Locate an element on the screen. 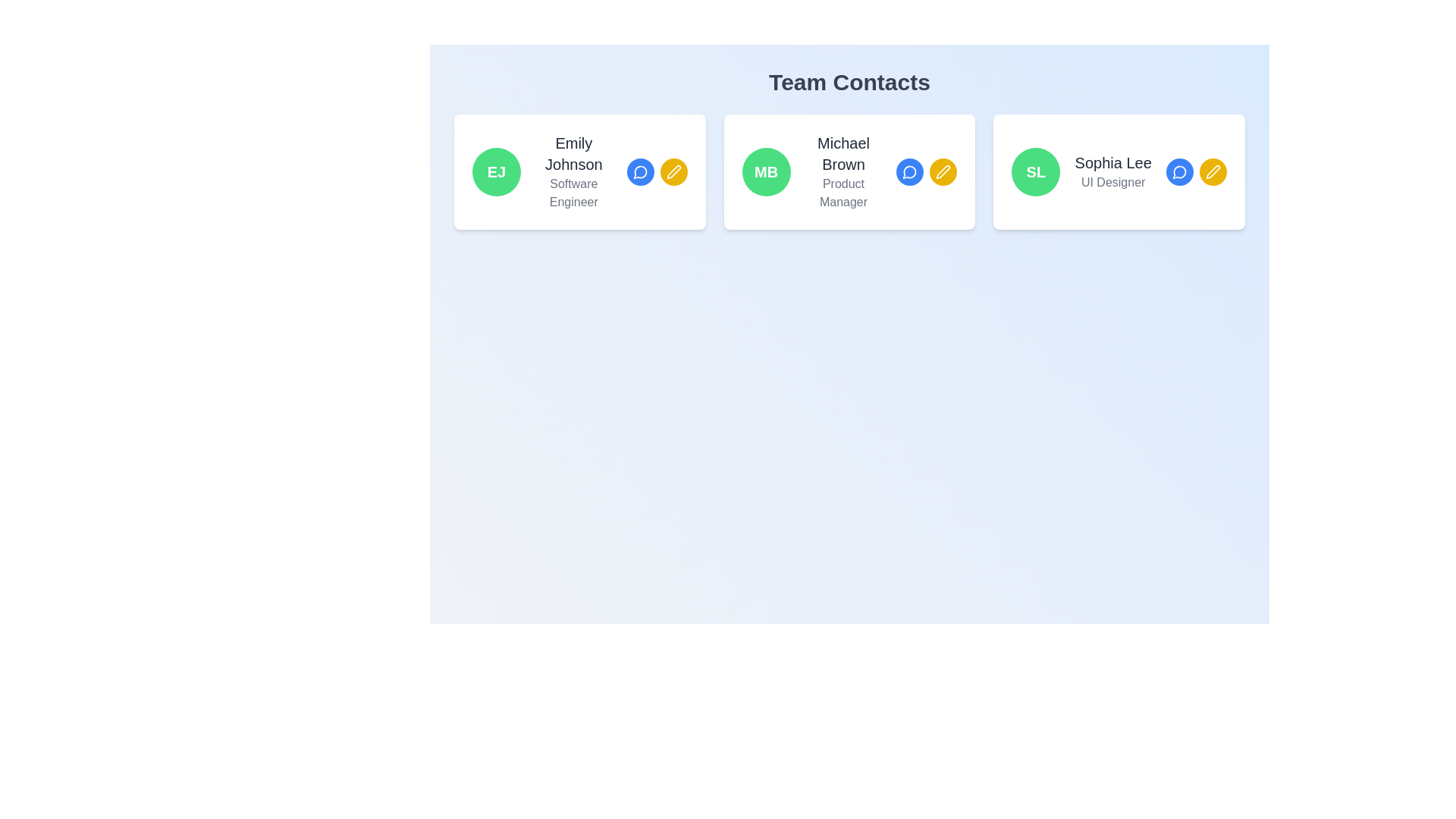  the text label displaying 'UI Designer' in gray font, located beneath 'Sophia Lee' in the third profile card is located at coordinates (1113, 181).